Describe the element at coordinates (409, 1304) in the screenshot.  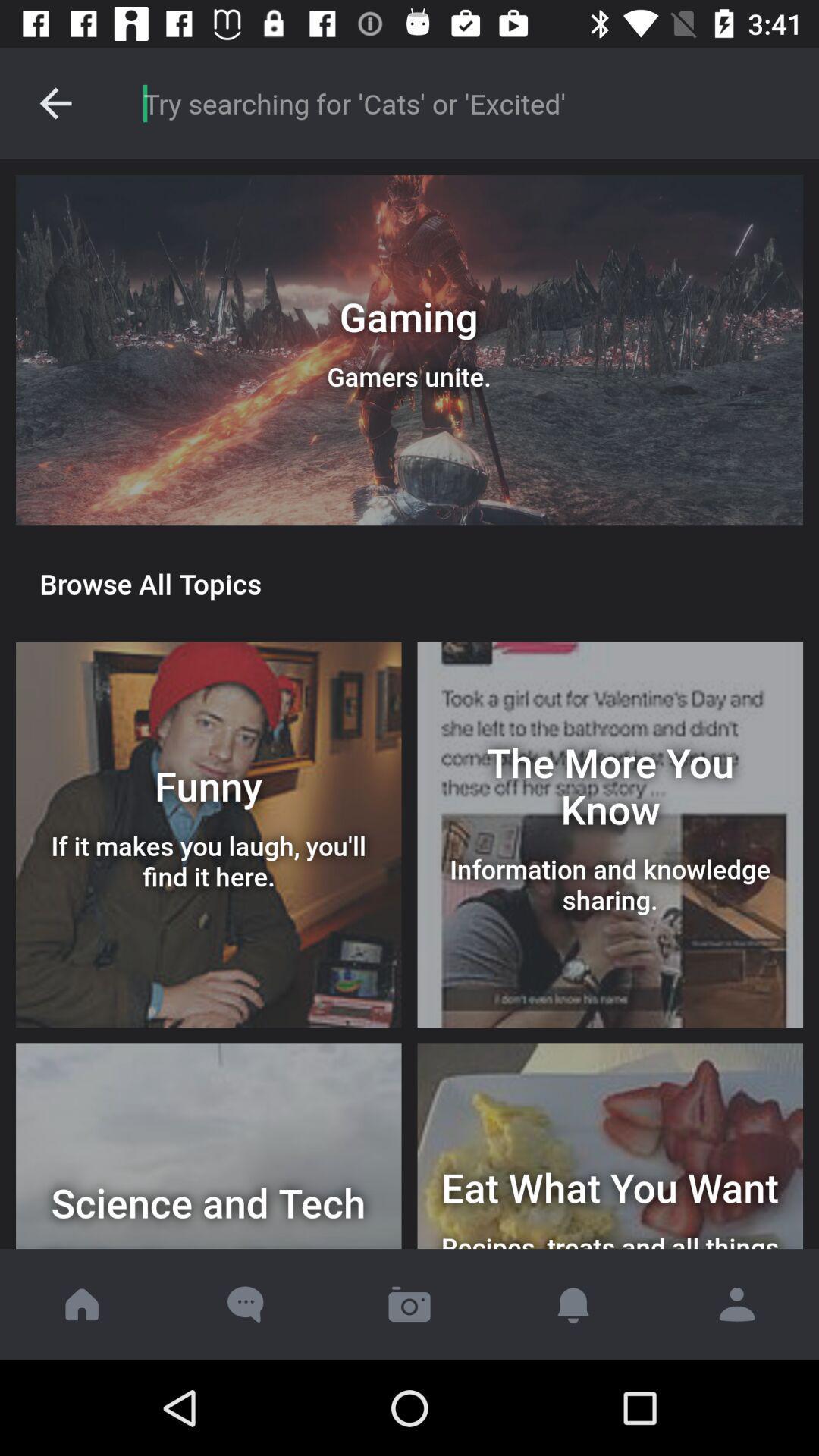
I see `image` at that location.